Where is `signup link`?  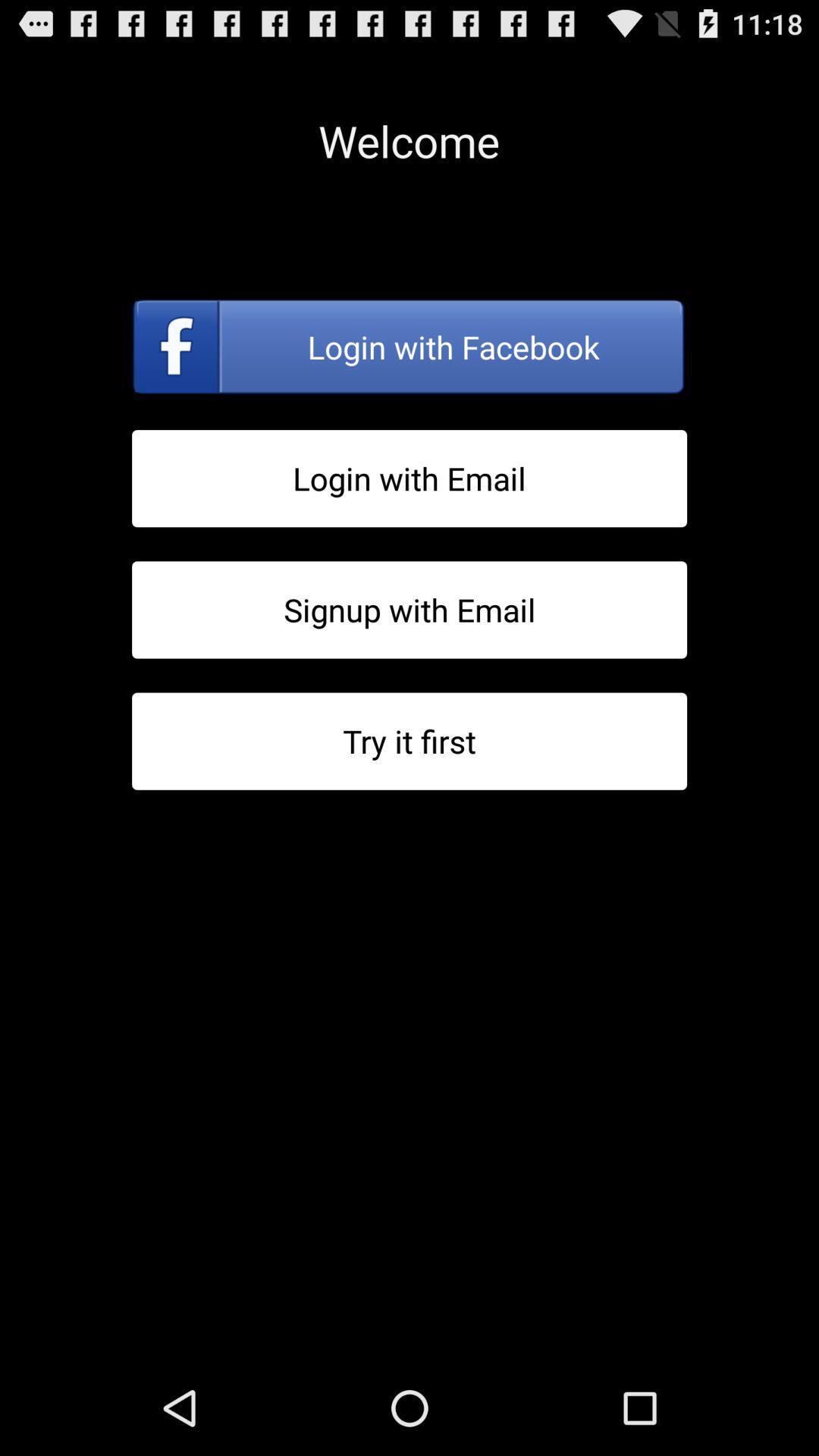
signup link is located at coordinates (409, 610).